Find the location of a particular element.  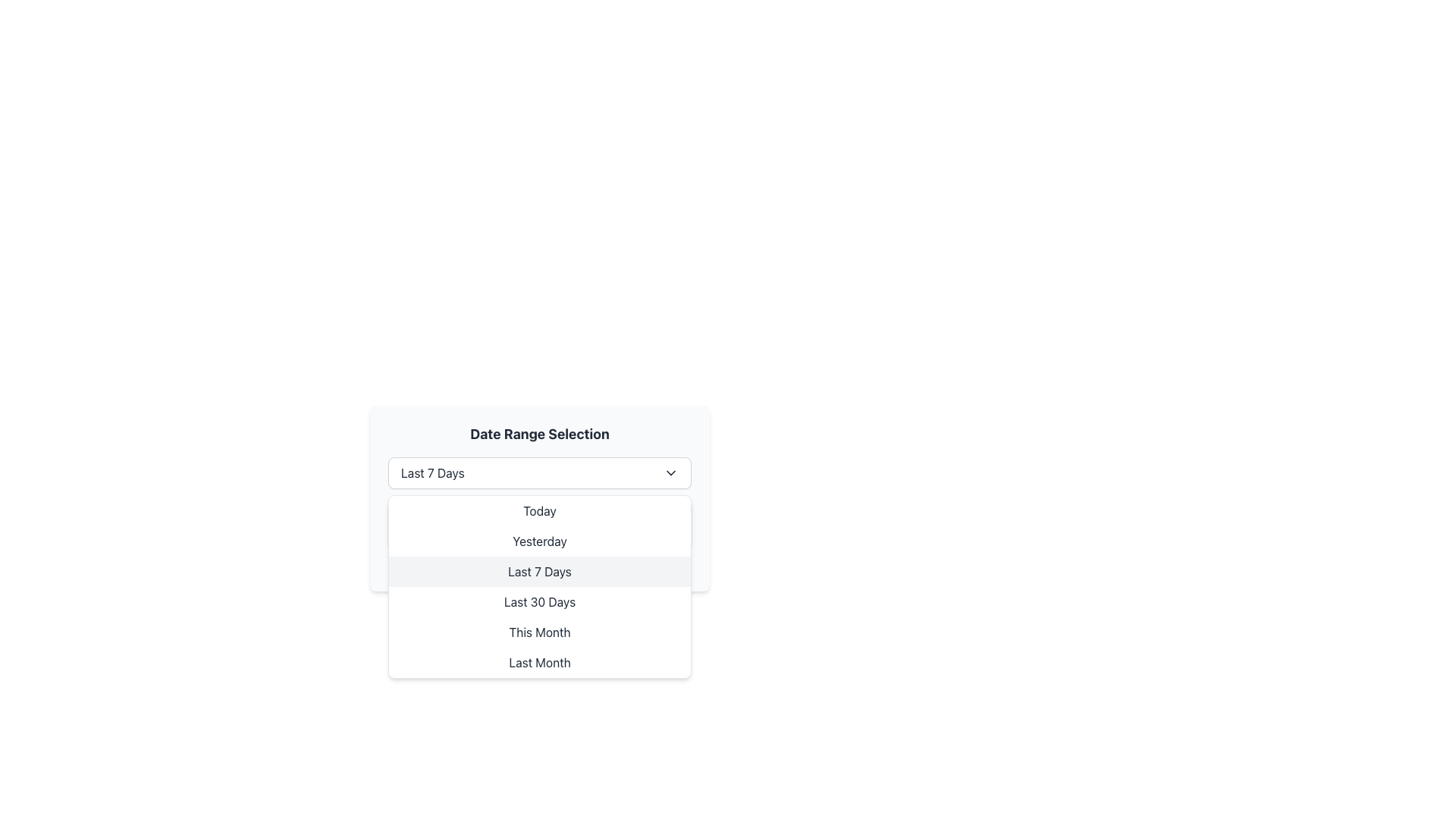

the 'Last 7 Days' dropdown menu is located at coordinates (539, 472).